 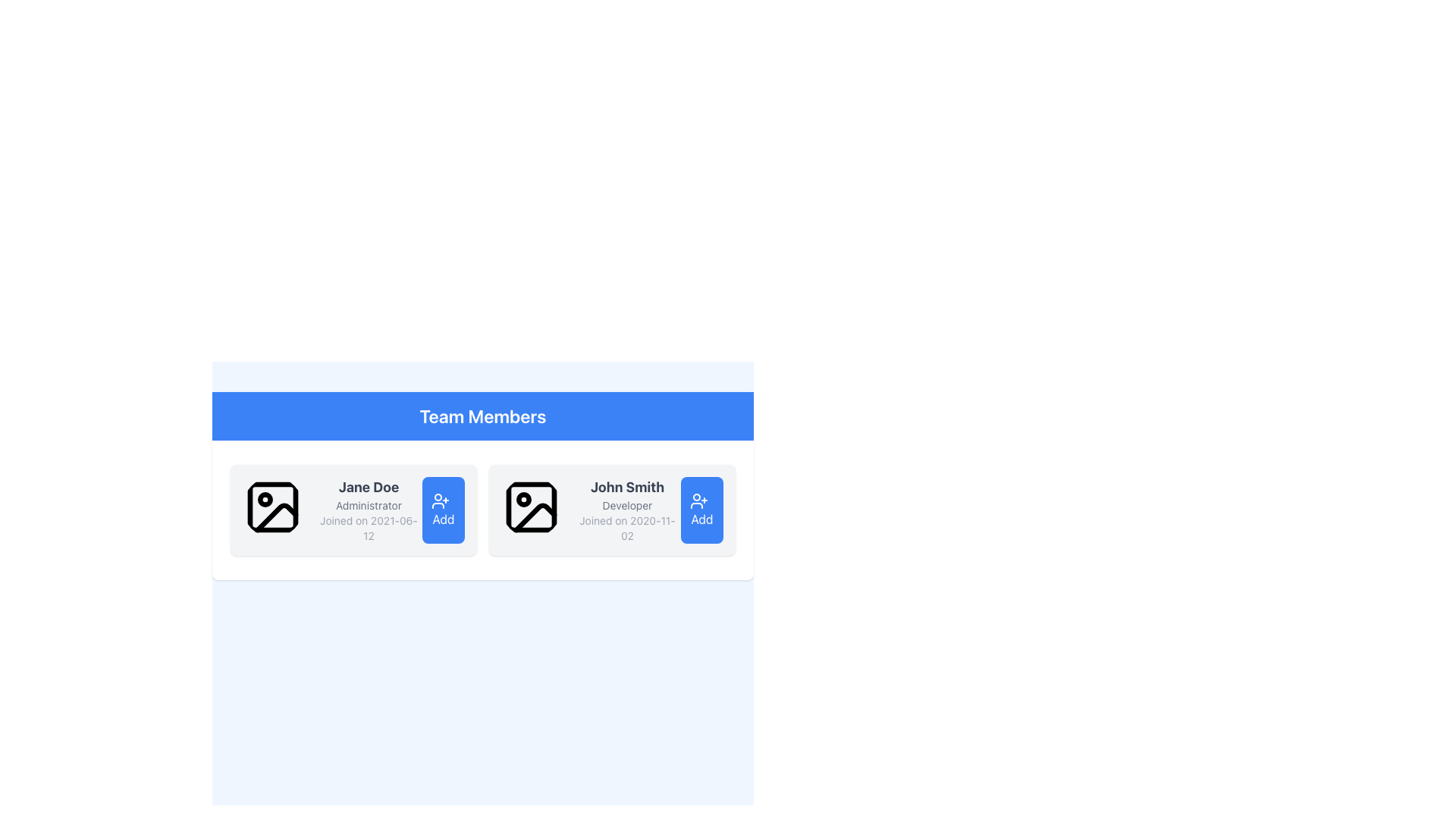 I want to click on the image placeholder icon for the profile picture of user 'Jane Doe', located within the card to the left of the text block containing her name, role, and date joined, so click(x=273, y=507).